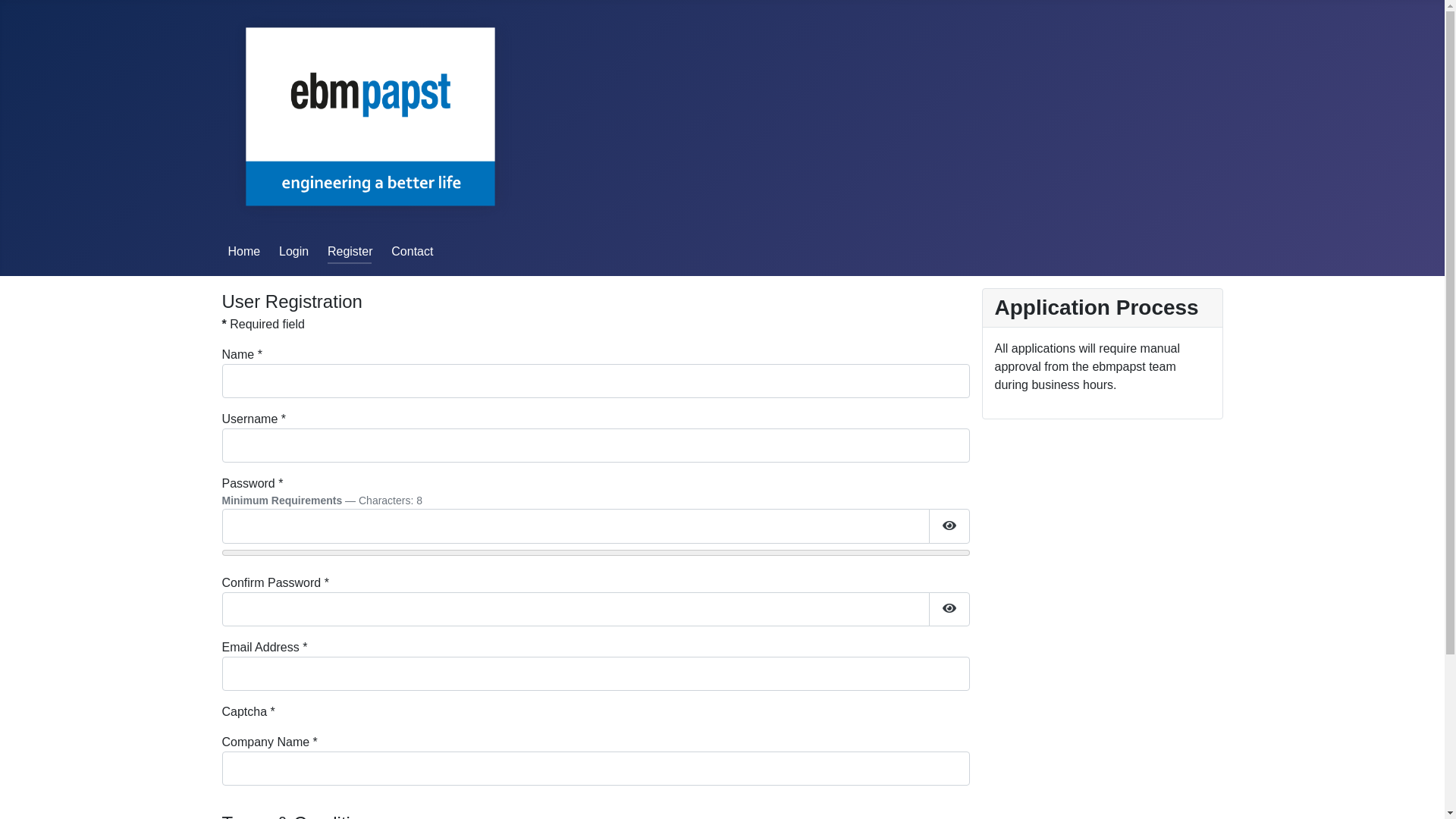  Describe the element at coordinates (948, 608) in the screenshot. I see `'Show Password'` at that location.